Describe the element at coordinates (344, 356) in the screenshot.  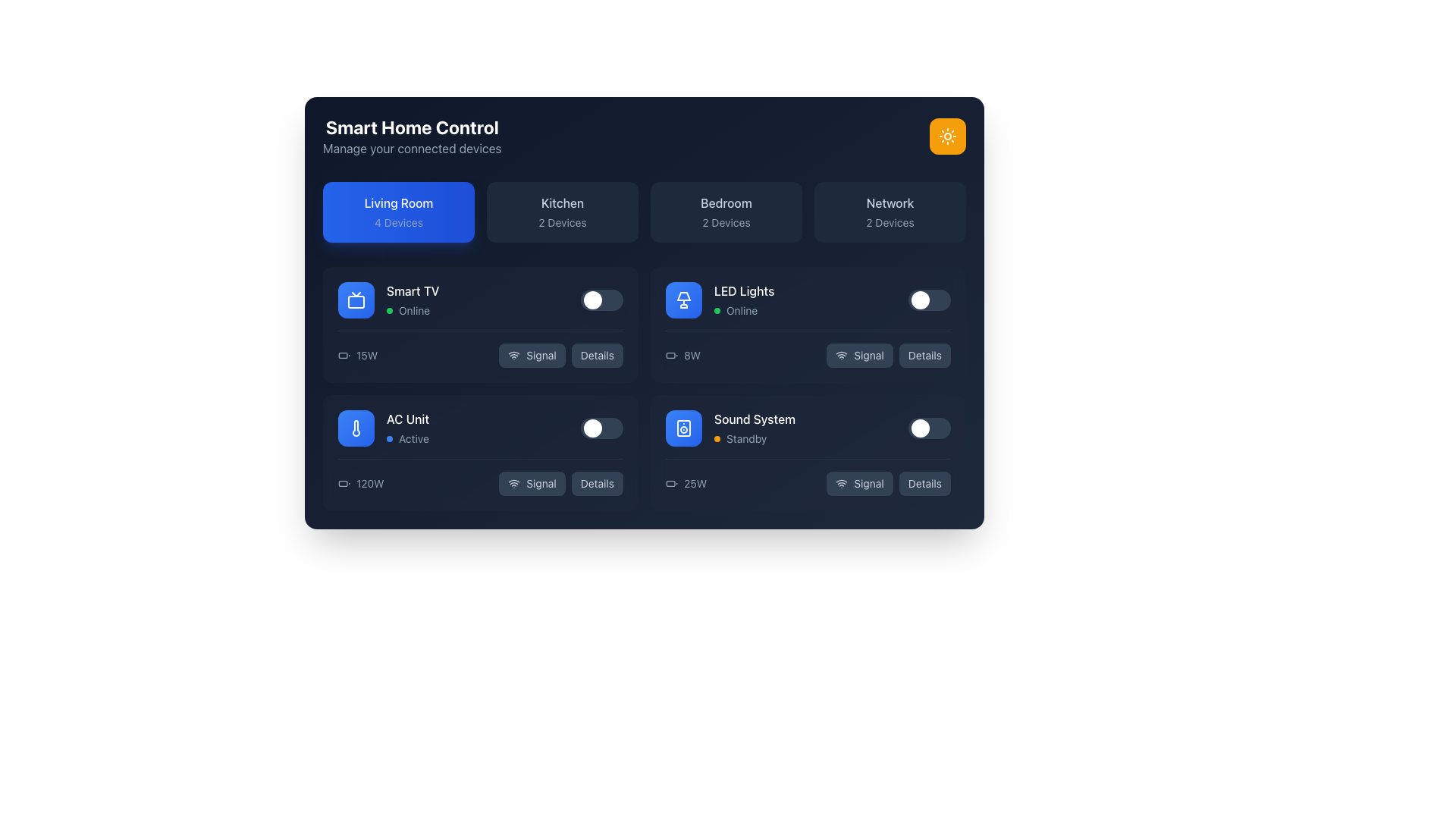
I see `the battery outline icon representing the charge status, located next to the text '15W' in the Smart TV device list` at that location.